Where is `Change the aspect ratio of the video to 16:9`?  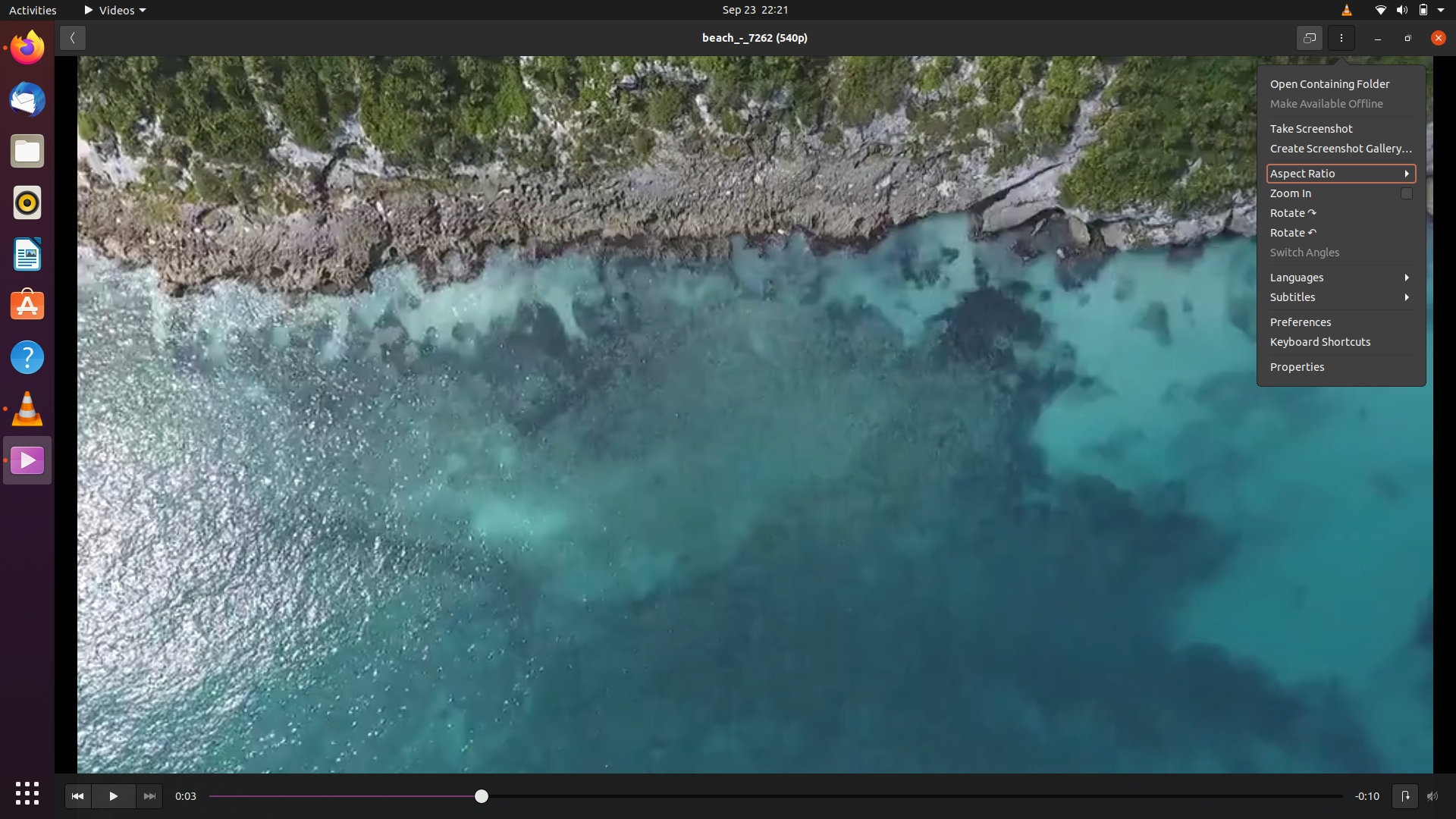 Change the aspect ratio of the video to 16:9 is located at coordinates (1341, 171).